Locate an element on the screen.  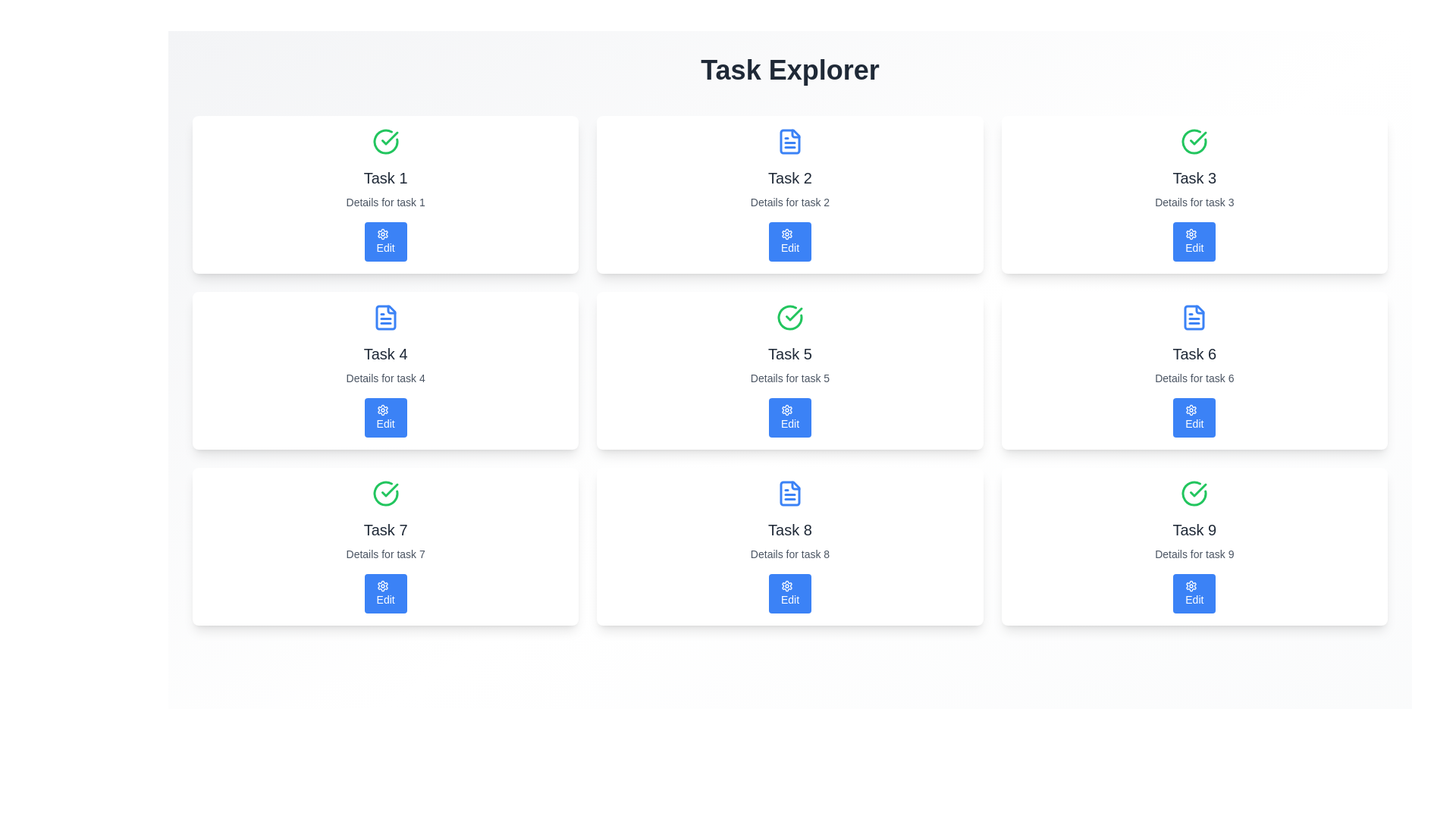
the text label that serves as the title for the task card, identifying the task as 'Task 6', located in the second row, third column of the layout grid is located at coordinates (1194, 353).